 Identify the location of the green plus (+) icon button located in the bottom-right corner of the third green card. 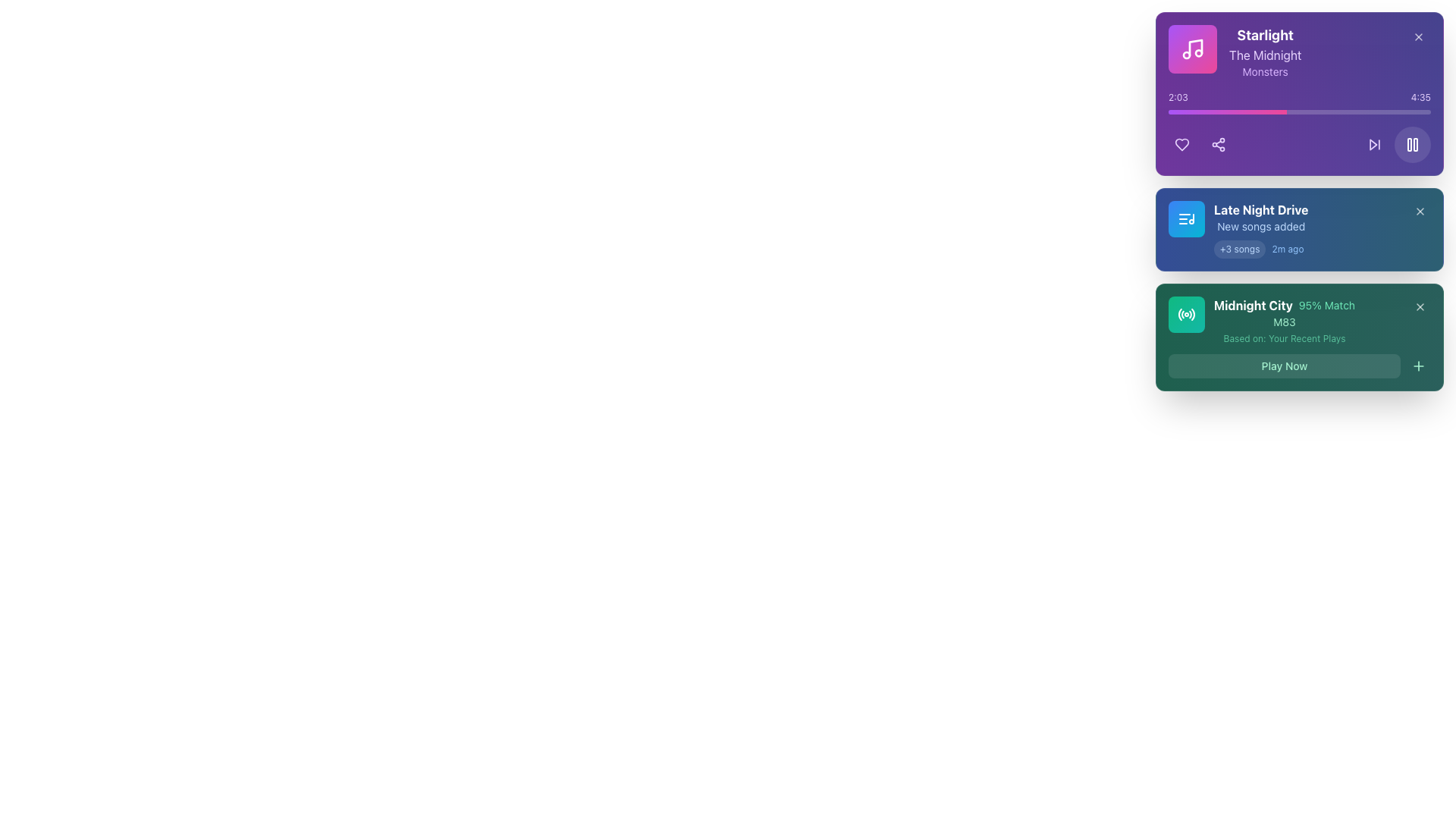
(1418, 366).